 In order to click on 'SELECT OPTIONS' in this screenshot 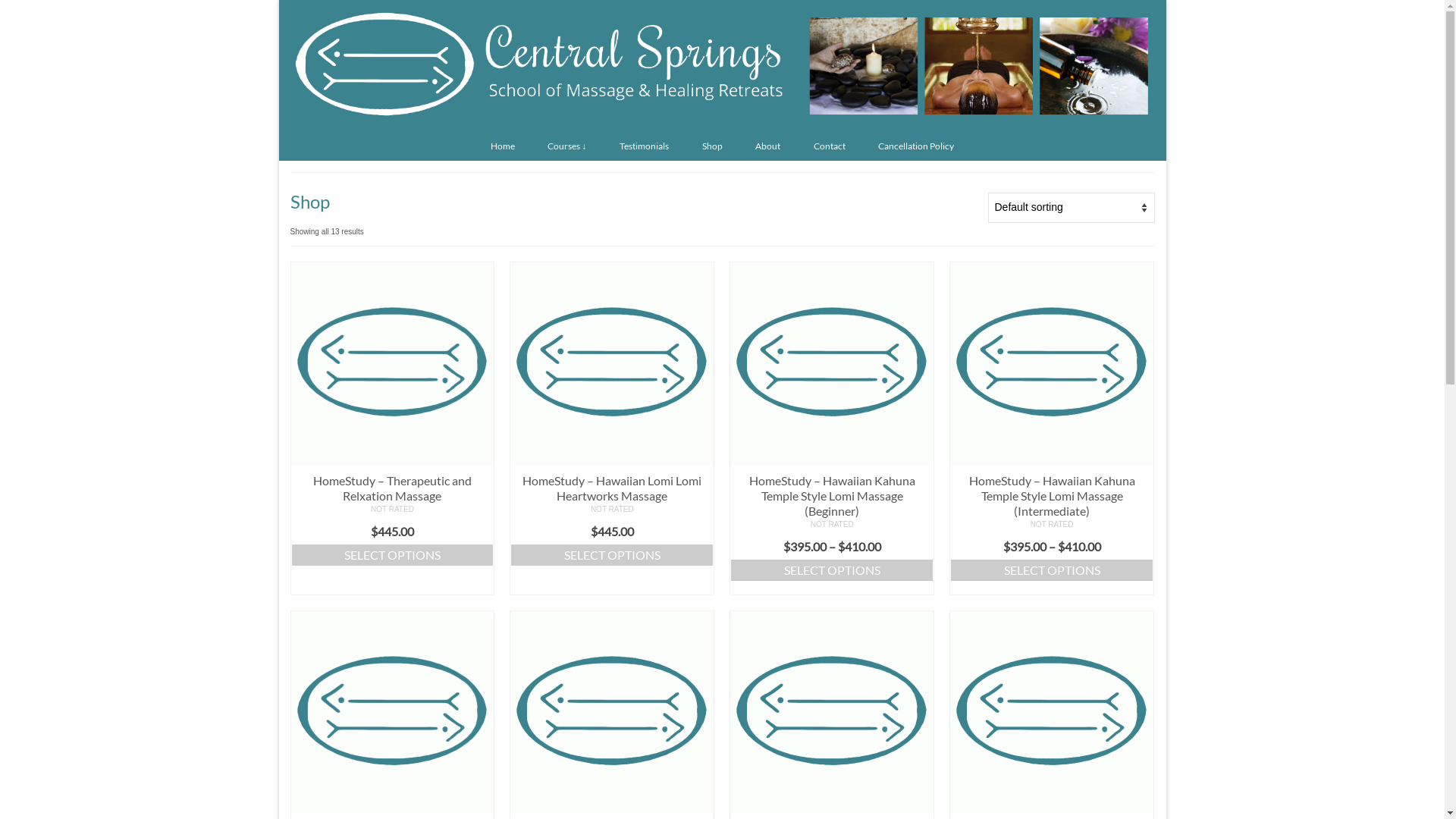, I will do `click(1051, 570)`.